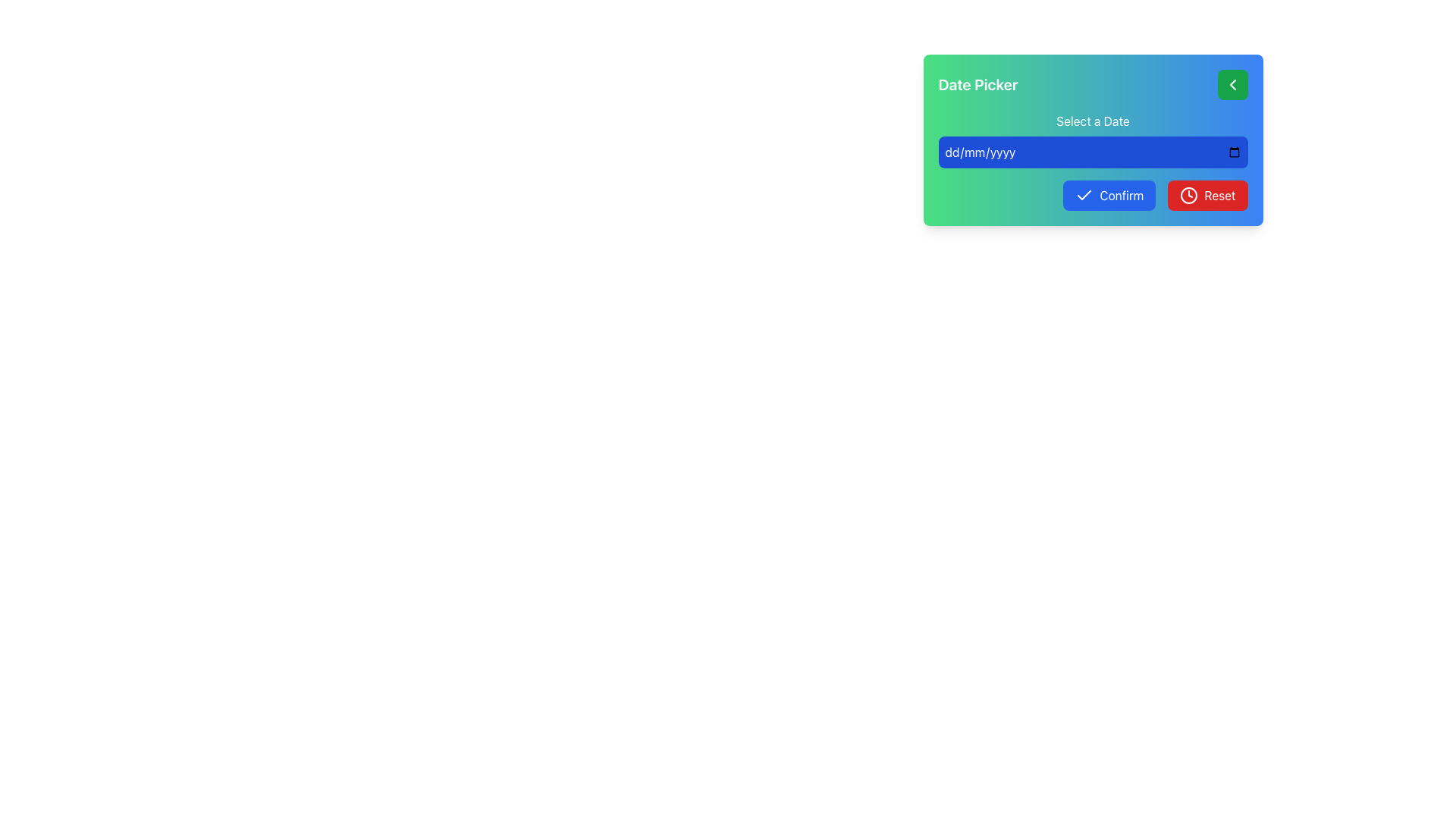  Describe the element at coordinates (1207, 195) in the screenshot. I see `the red rectangular 'Reset' button with rounded corners, which has a clock icon on the left and the text 'Reset' on the right` at that location.